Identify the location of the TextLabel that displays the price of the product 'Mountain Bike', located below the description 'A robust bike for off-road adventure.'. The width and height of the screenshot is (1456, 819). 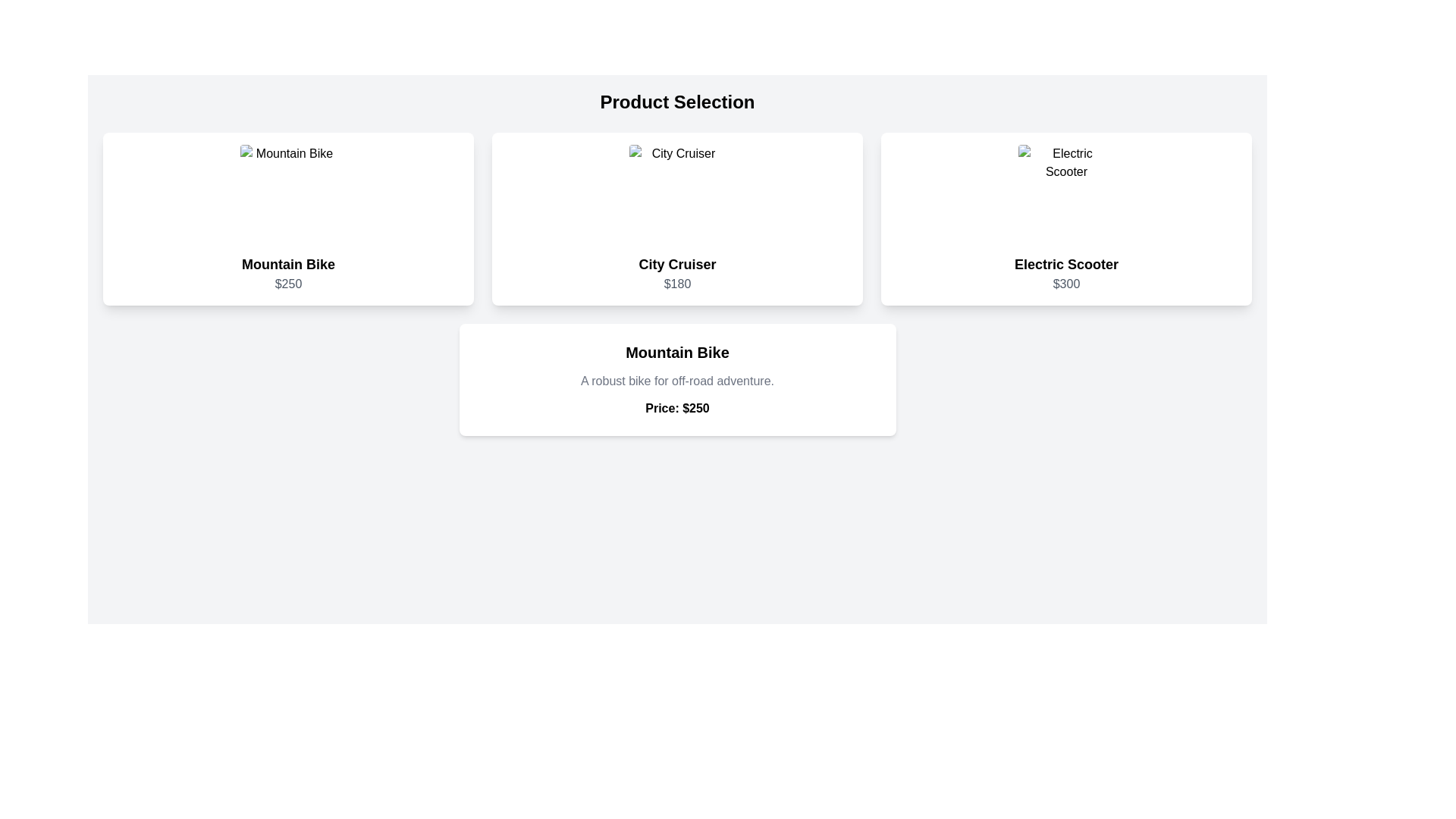
(676, 408).